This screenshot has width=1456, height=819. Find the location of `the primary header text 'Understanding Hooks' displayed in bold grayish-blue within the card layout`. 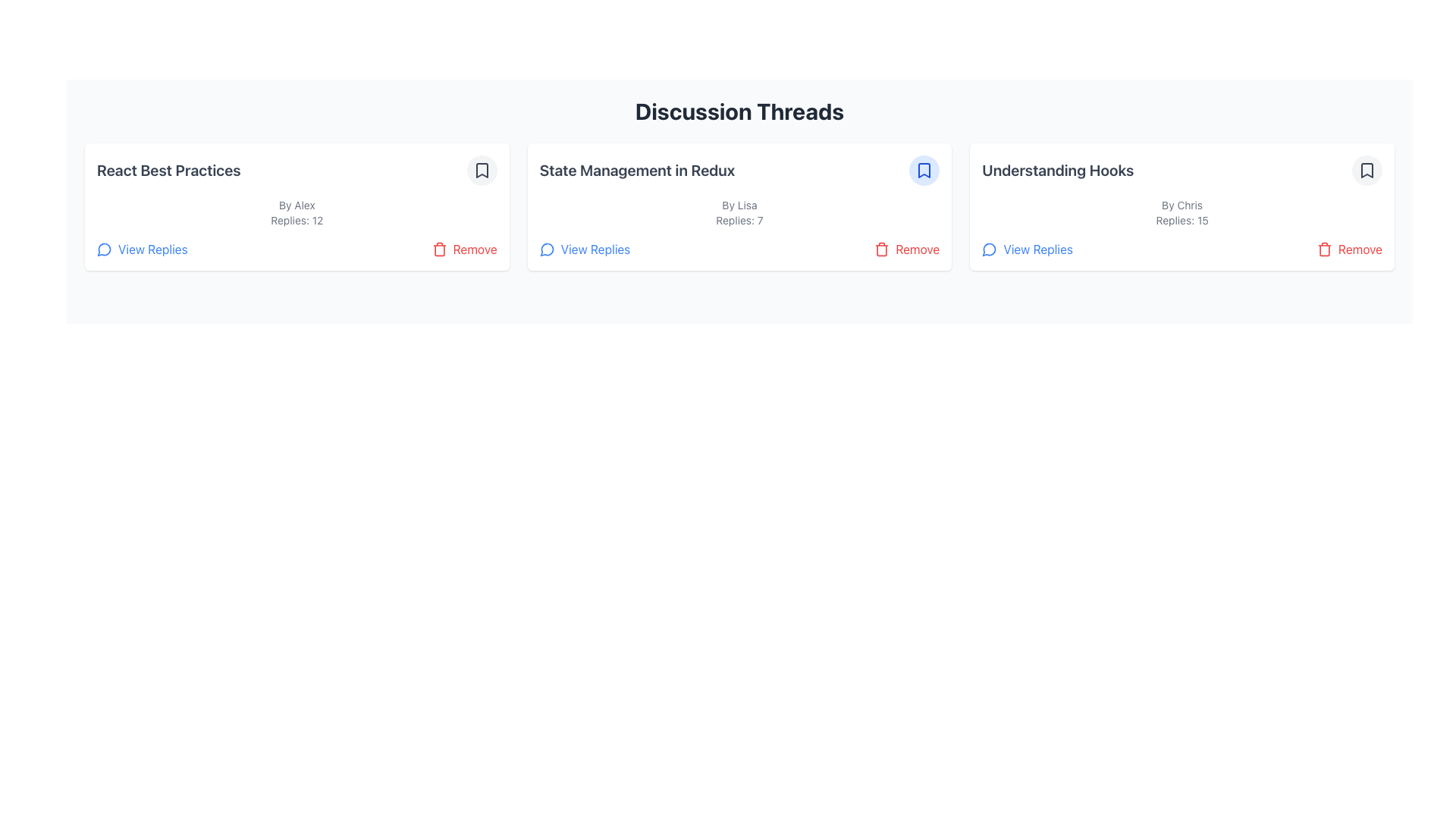

the primary header text 'Understanding Hooks' displayed in bold grayish-blue within the card layout is located at coordinates (1057, 170).